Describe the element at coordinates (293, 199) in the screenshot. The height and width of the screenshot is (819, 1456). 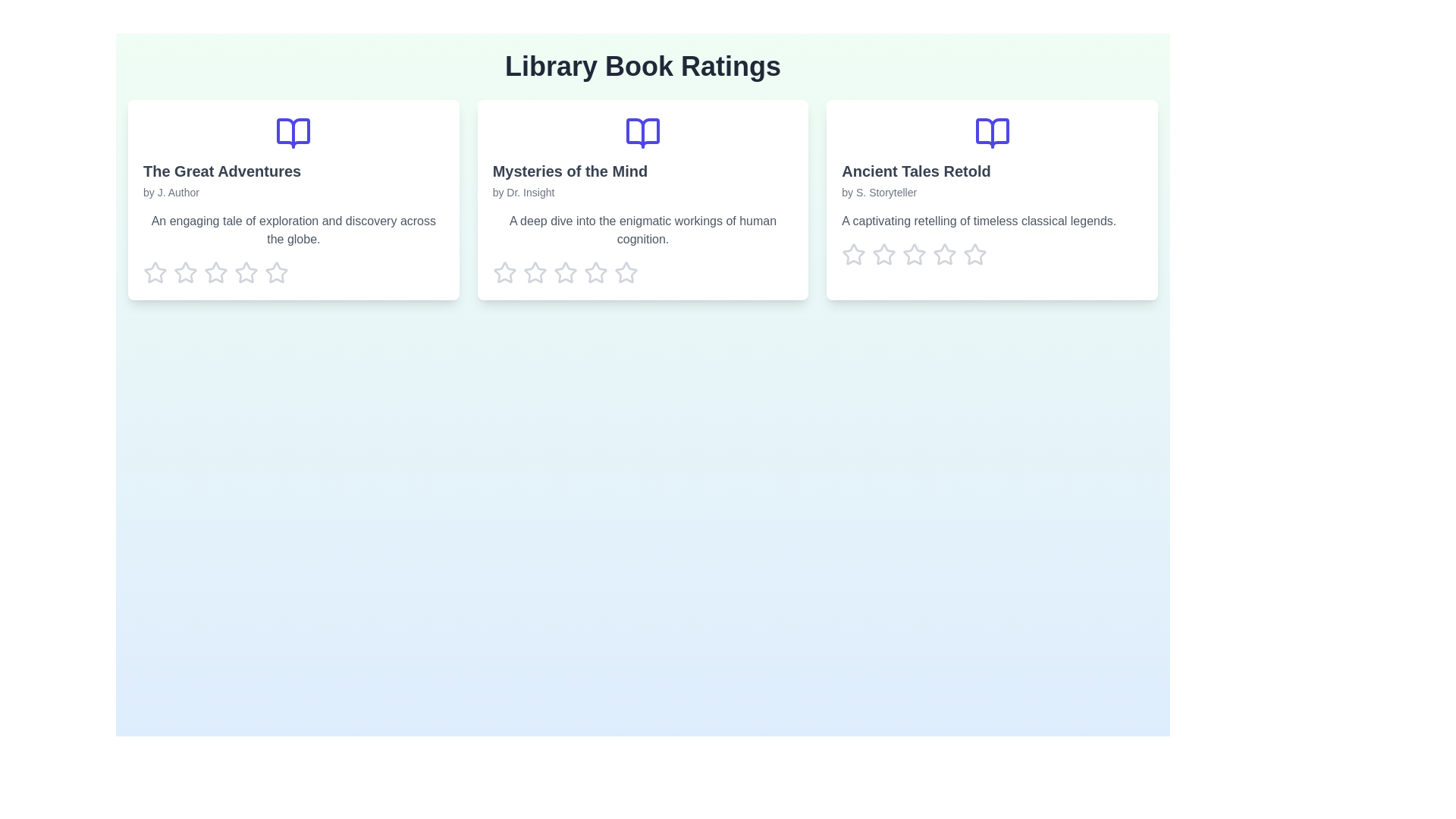
I see `the description of the book titled 'The Great Adventures'` at that location.